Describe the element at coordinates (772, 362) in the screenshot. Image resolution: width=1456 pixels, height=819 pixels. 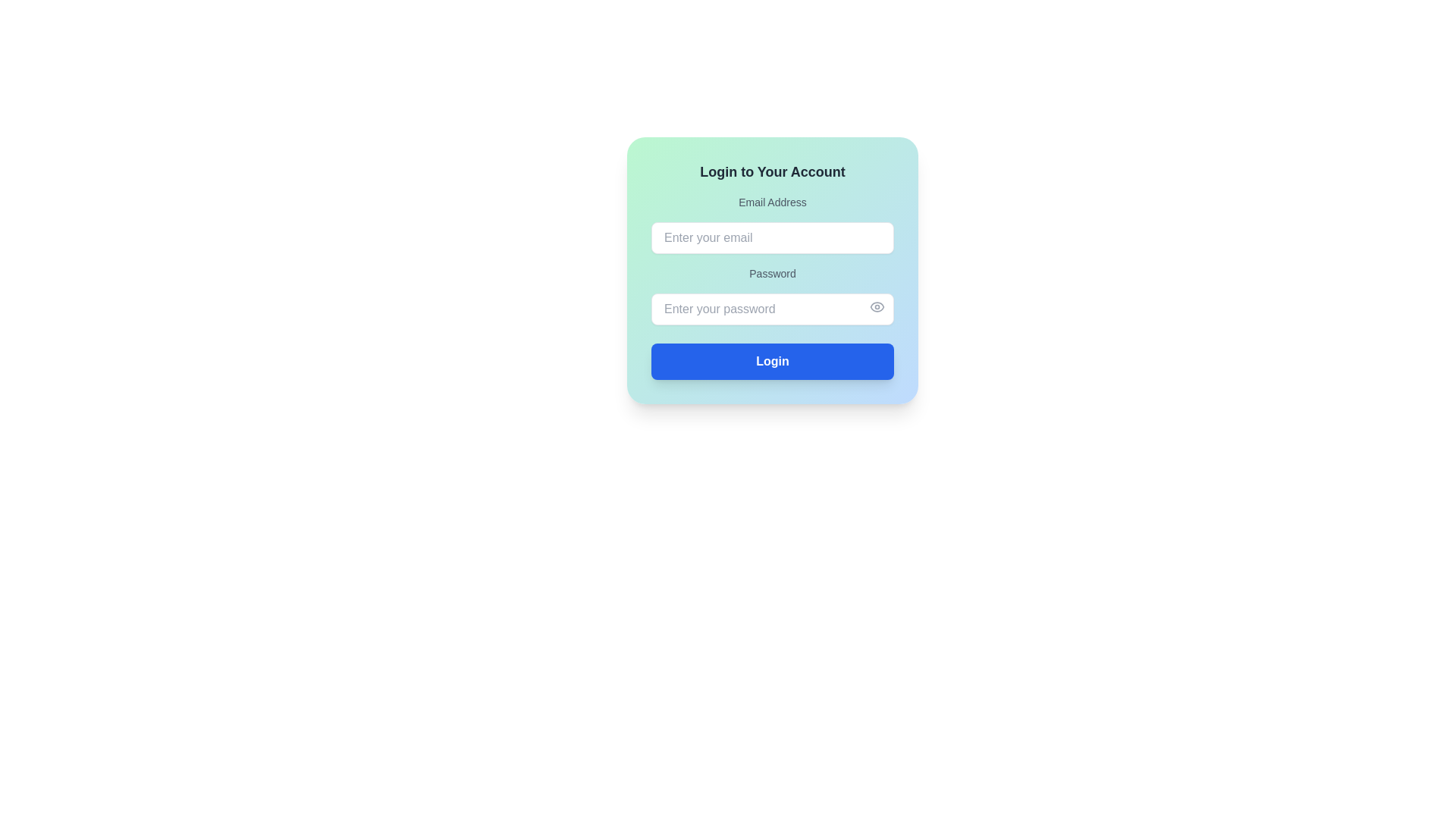
I see `the submit button located at the bottom of the login form` at that location.